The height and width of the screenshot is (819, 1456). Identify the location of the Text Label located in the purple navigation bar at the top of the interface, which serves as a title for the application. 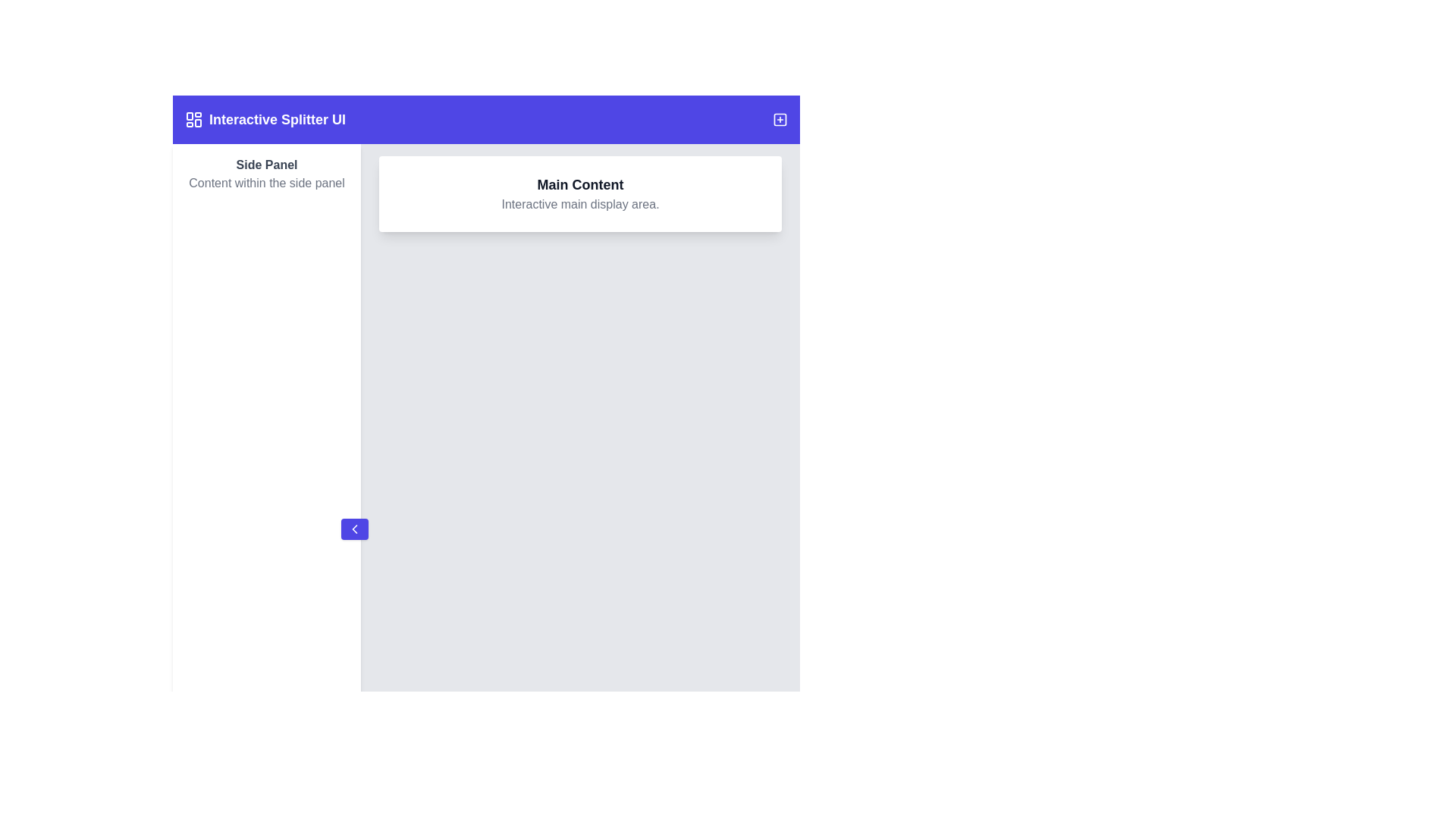
(265, 119).